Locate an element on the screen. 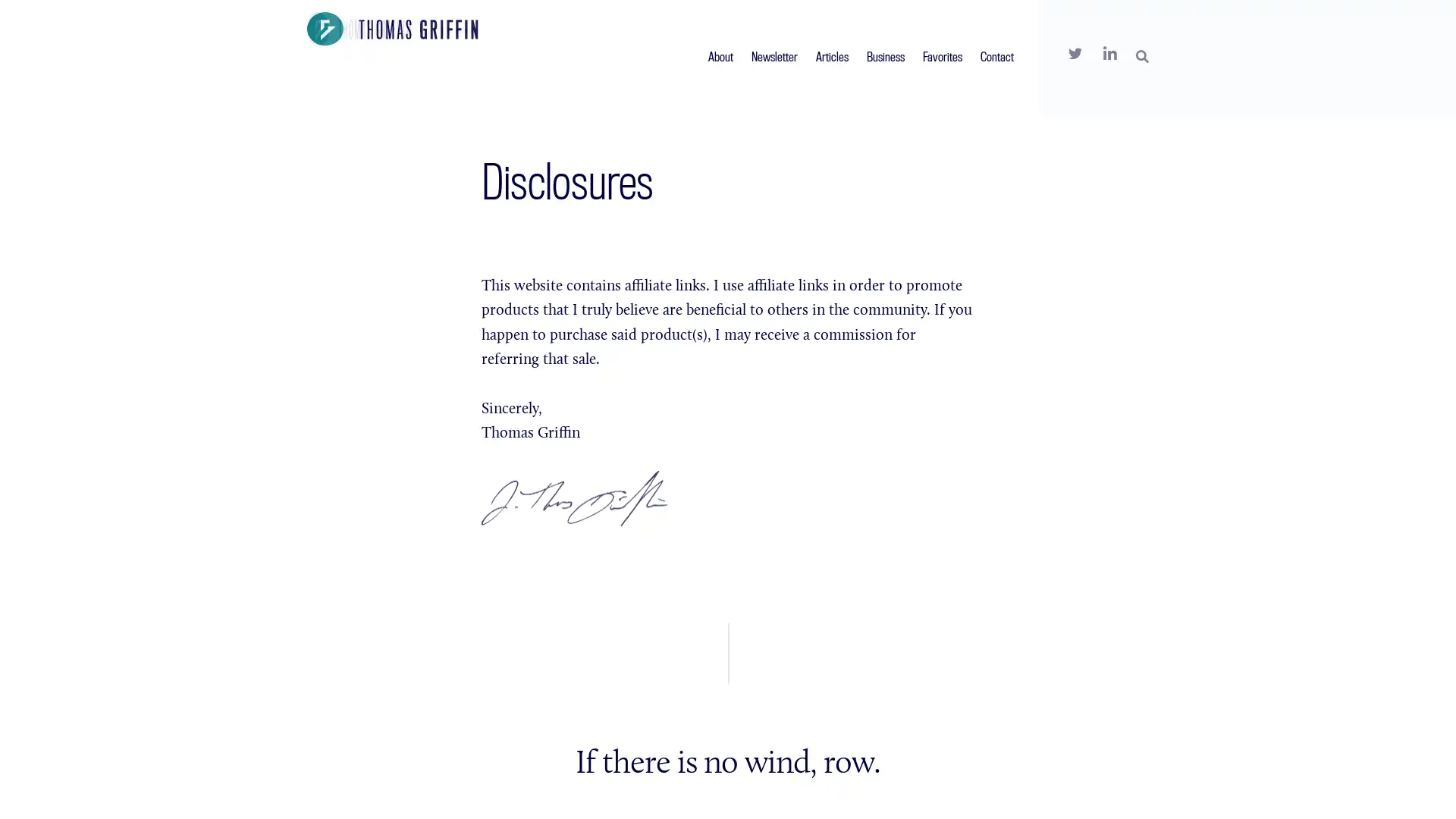 This screenshot has width=1456, height=819. SEARCH is located at coordinates (1142, 55).